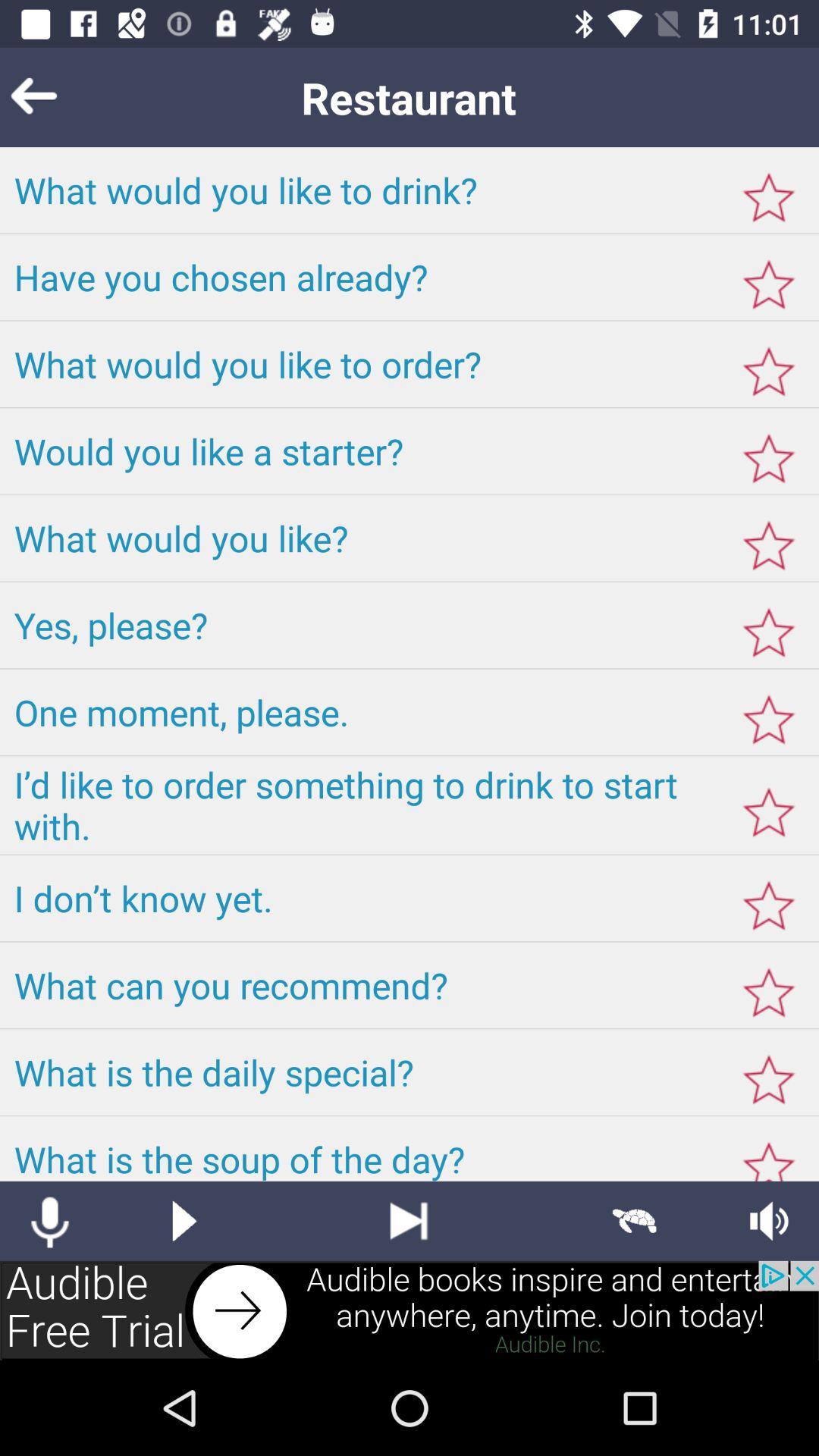  What do you see at coordinates (56, 96) in the screenshot?
I see `the arrow_backward icon` at bounding box center [56, 96].